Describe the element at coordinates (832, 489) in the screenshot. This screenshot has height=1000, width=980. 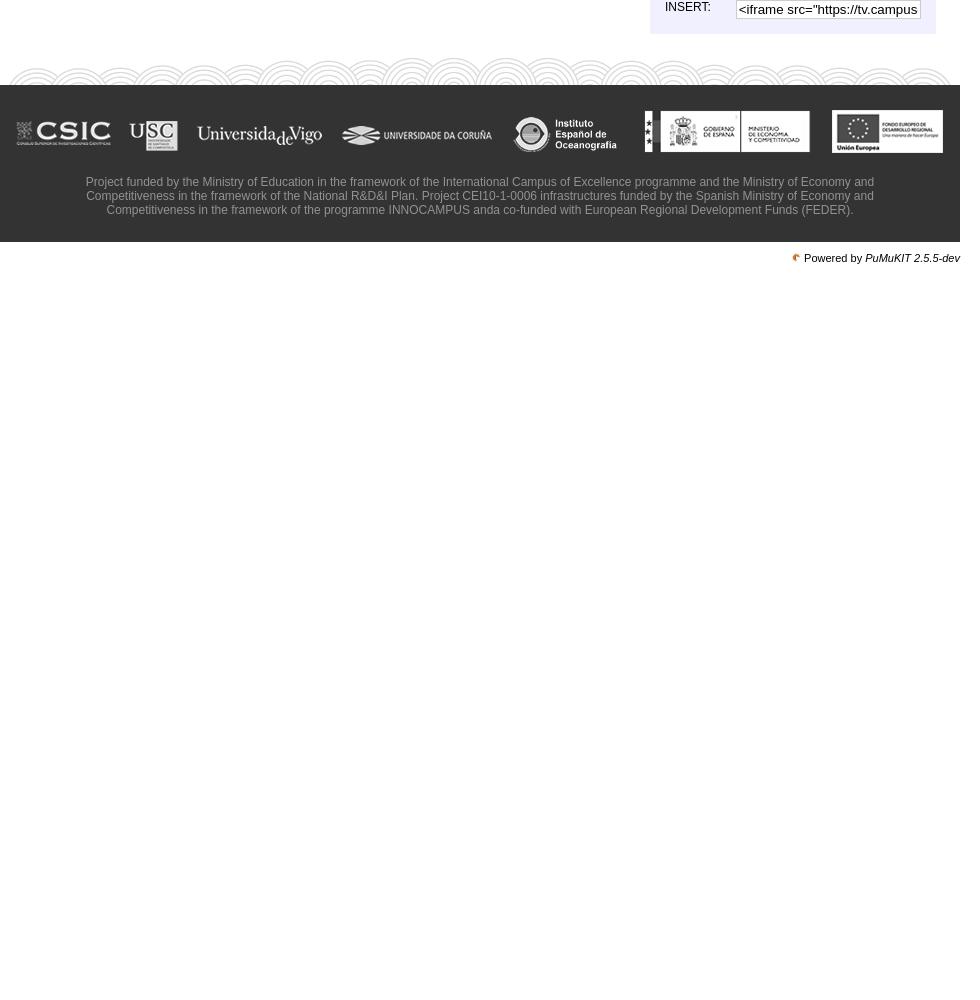
I see `'Francisco Chávez presentation'` at that location.